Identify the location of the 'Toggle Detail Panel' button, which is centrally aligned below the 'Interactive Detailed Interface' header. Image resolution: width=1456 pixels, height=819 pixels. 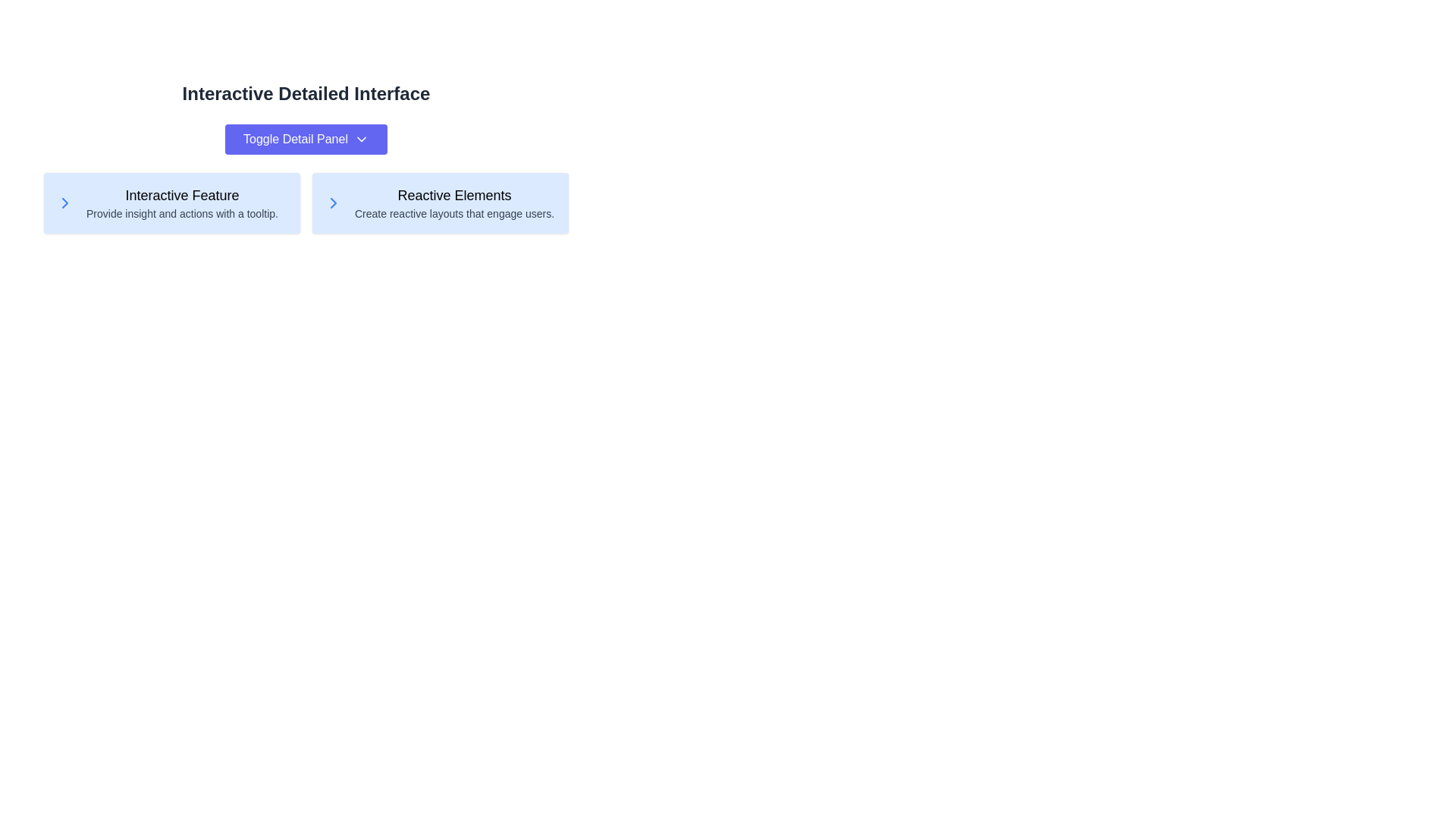
(305, 140).